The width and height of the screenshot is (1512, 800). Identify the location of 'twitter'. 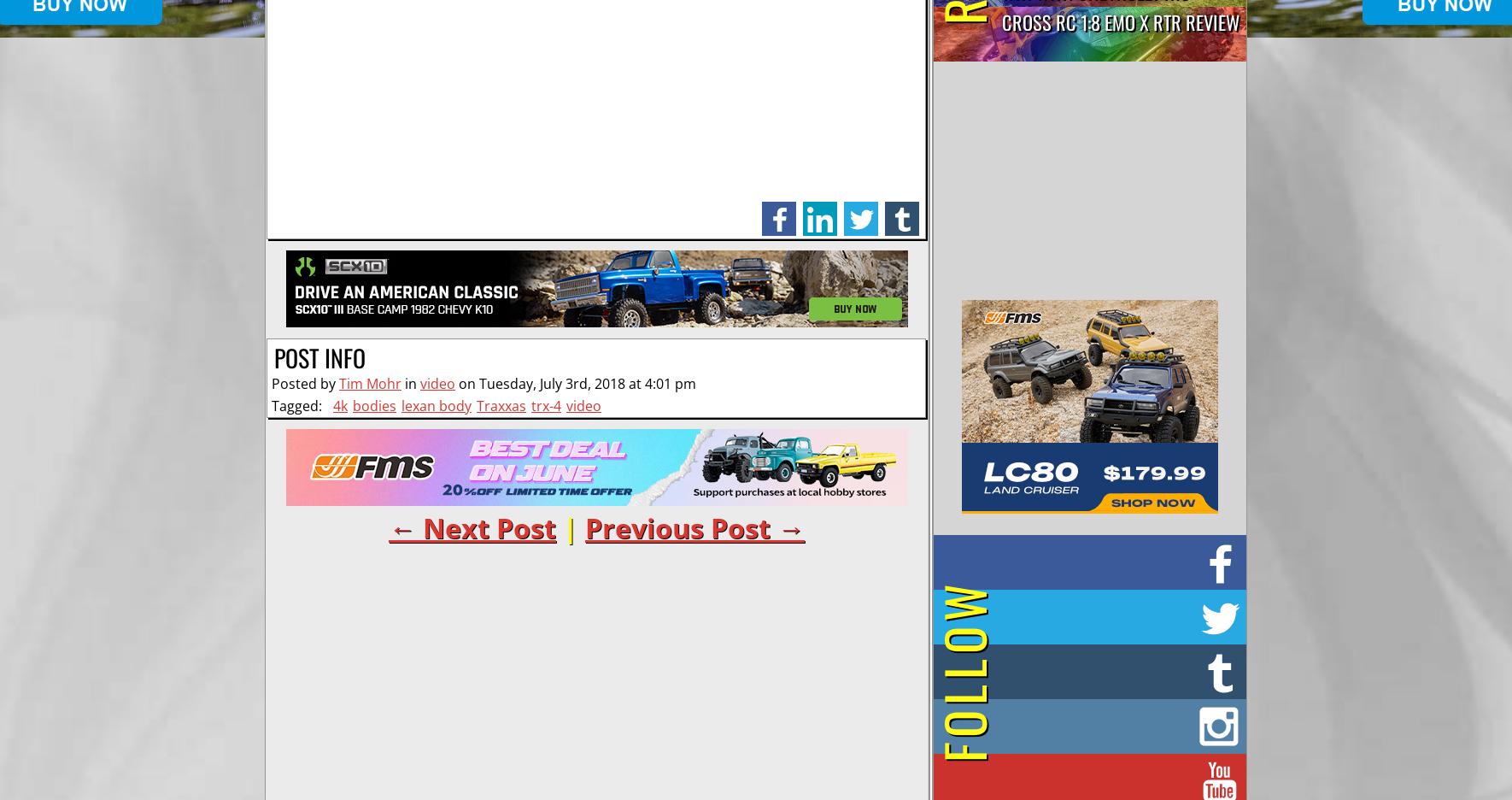
(864, 208).